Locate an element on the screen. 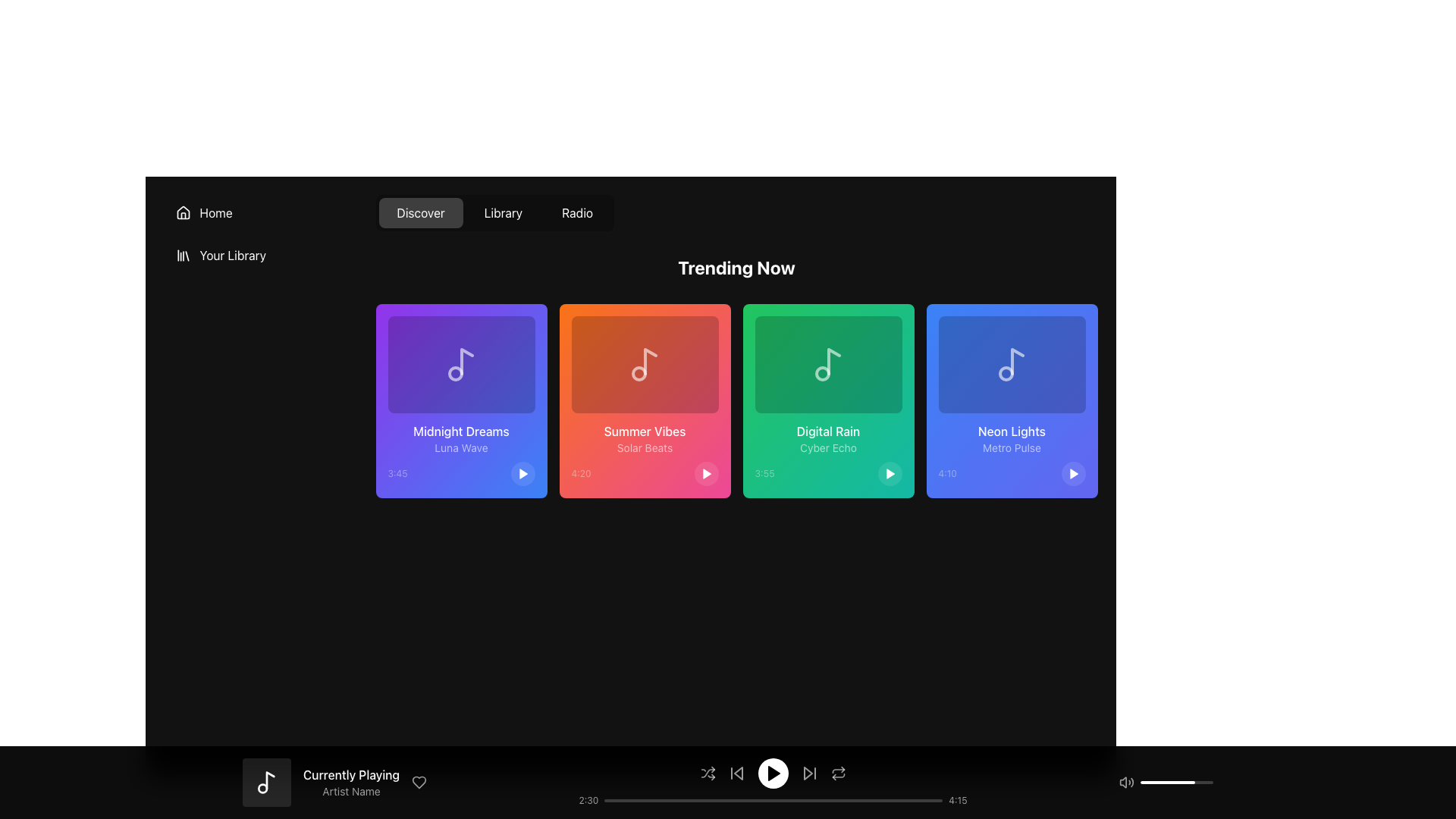  the 'Trending Now' text label, which is styled in bold and large font at the top center of the dark themed interface is located at coordinates (736, 267).